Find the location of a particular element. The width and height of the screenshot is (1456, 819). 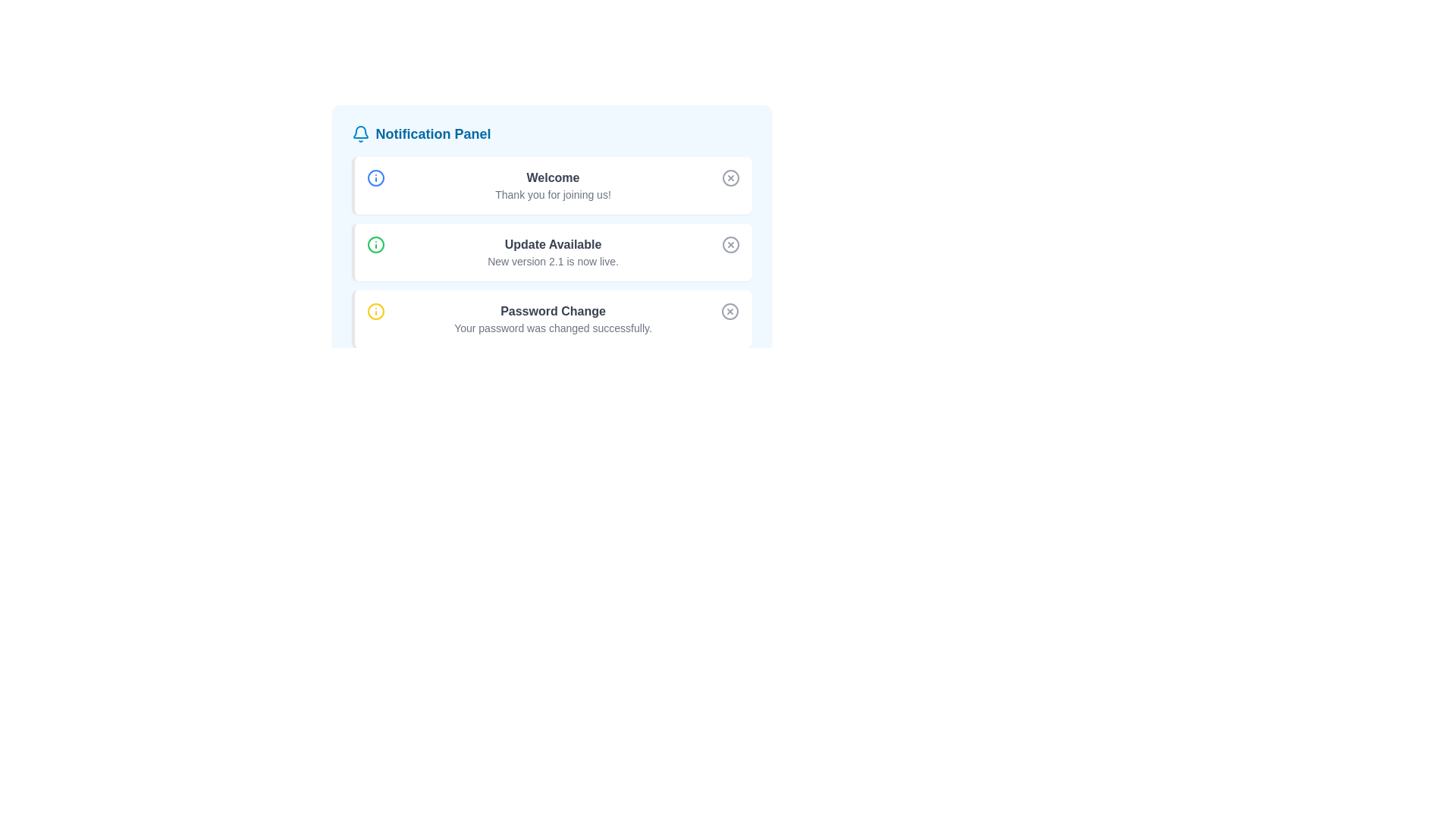

the bell-shaped notification icon is located at coordinates (359, 130).